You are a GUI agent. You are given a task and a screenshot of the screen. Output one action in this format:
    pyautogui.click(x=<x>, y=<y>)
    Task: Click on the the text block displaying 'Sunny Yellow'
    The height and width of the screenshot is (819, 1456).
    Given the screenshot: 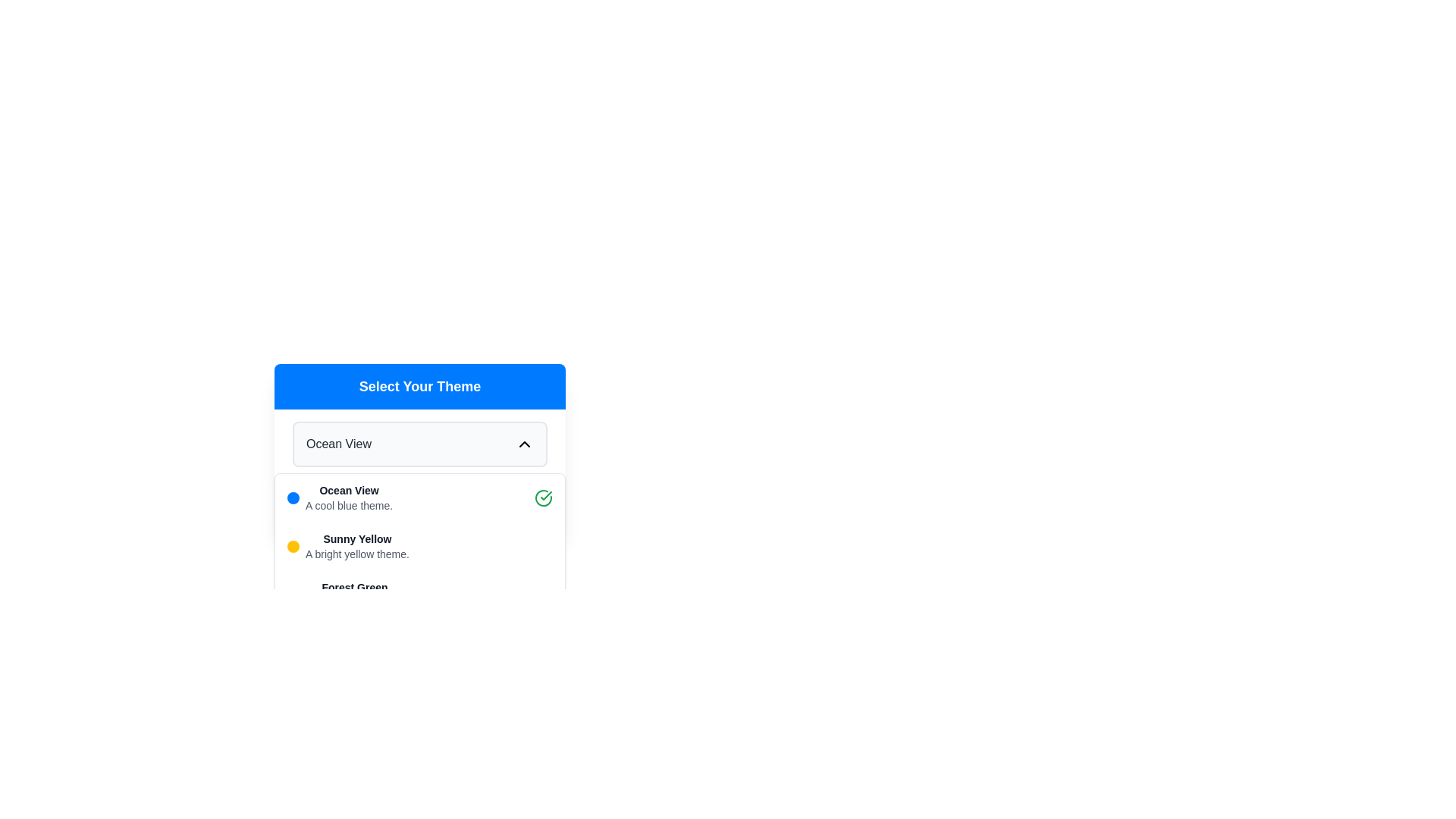 What is the action you would take?
    pyautogui.click(x=356, y=547)
    